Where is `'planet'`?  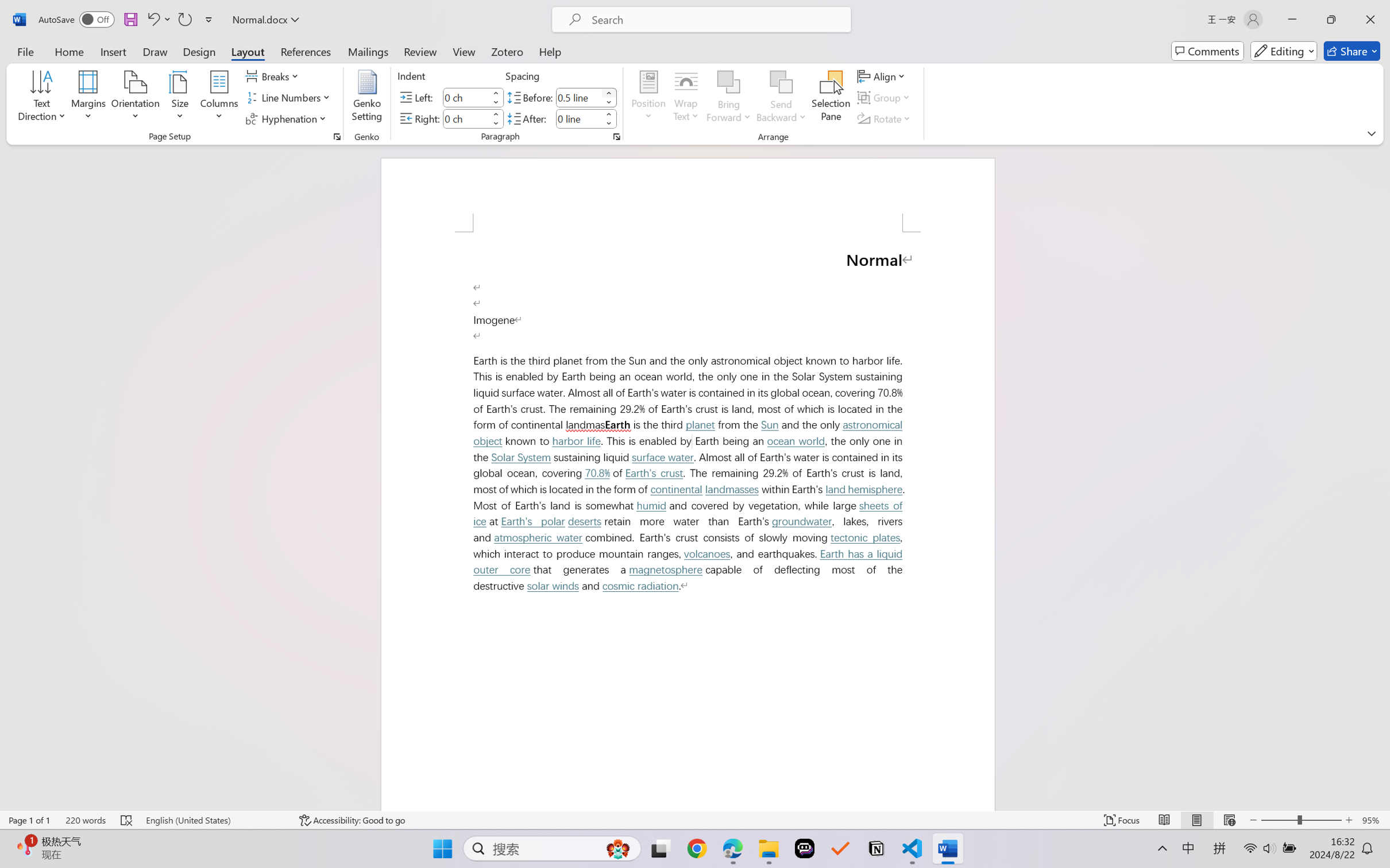 'planet' is located at coordinates (699, 424).